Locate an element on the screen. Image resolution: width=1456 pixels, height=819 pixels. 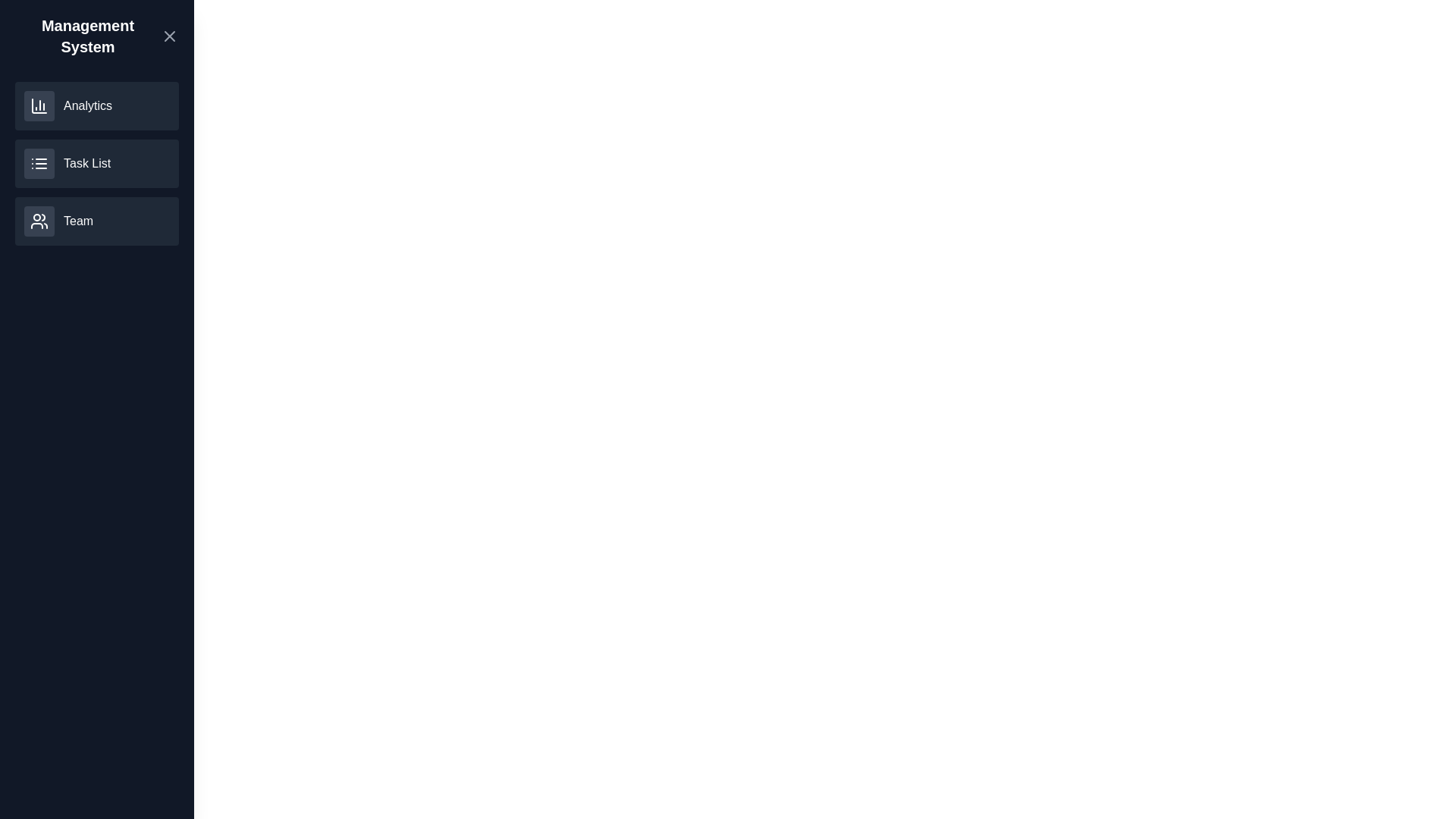
the 'Analytics' item in the sidebar is located at coordinates (96, 105).